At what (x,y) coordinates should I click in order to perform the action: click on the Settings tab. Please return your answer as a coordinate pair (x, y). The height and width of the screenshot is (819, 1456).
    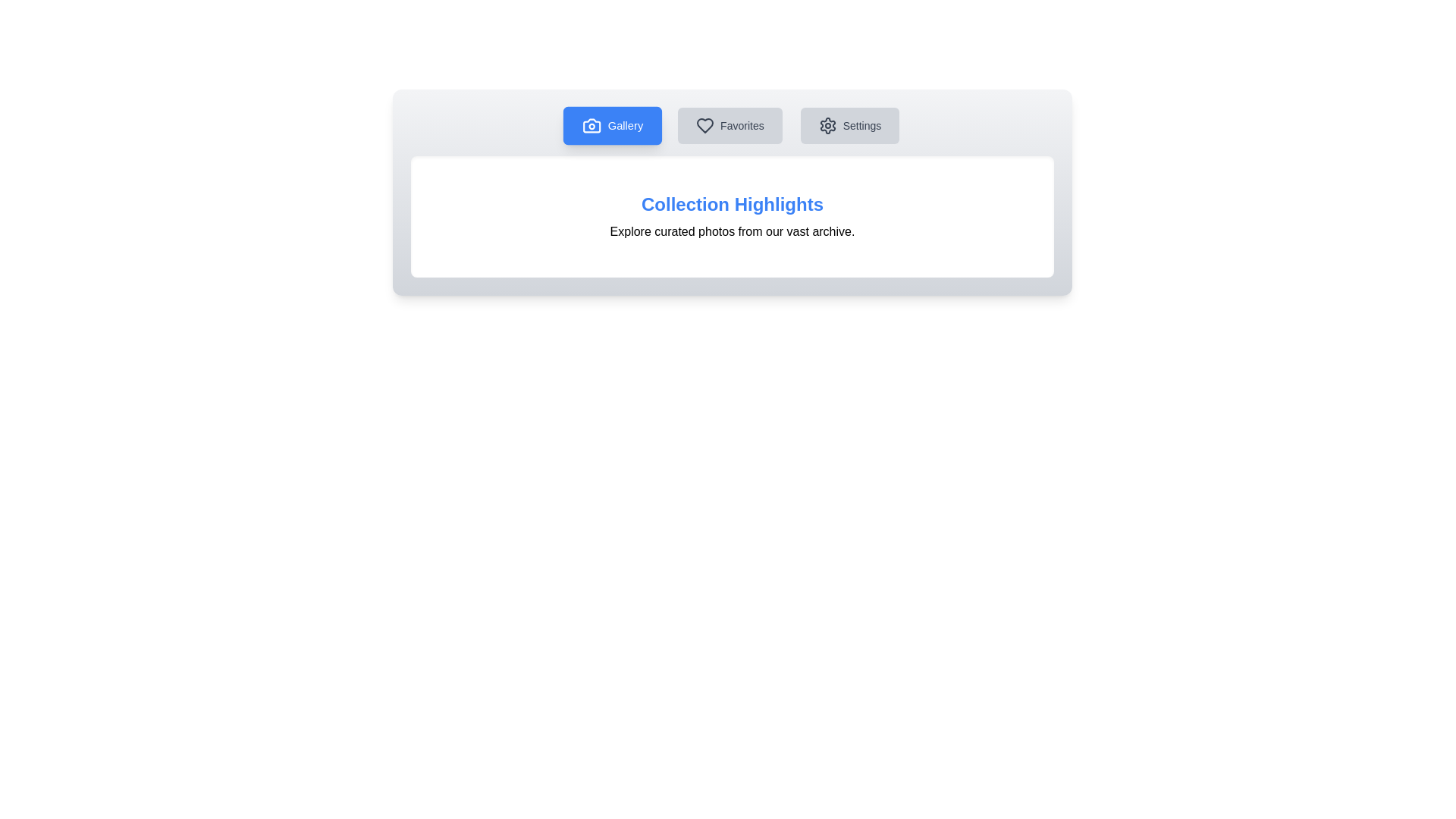
    Looking at the image, I should click on (848, 124).